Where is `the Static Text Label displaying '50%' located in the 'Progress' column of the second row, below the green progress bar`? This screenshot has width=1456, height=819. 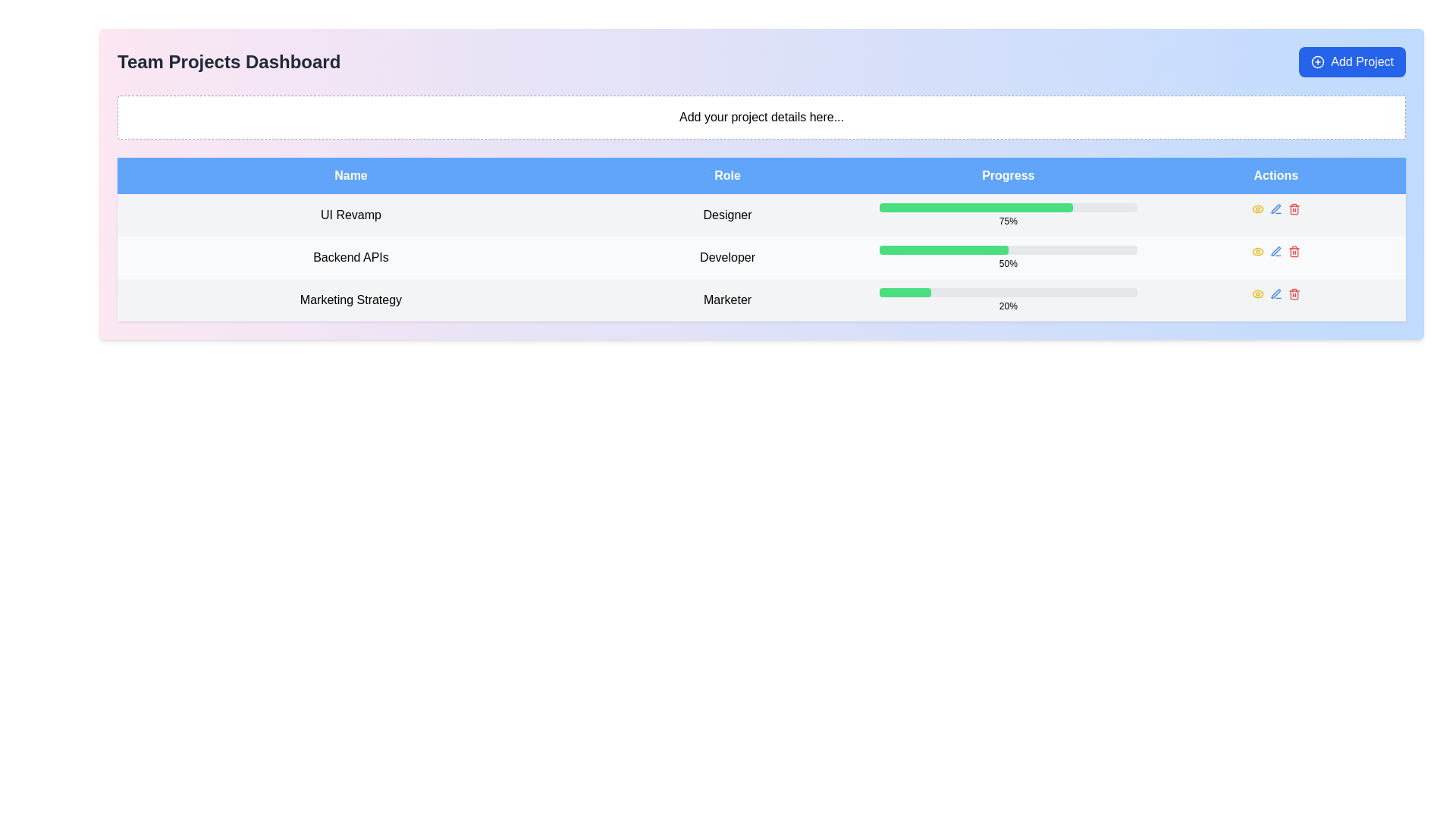
the Static Text Label displaying '50%' located in the 'Progress' column of the second row, below the green progress bar is located at coordinates (1008, 262).